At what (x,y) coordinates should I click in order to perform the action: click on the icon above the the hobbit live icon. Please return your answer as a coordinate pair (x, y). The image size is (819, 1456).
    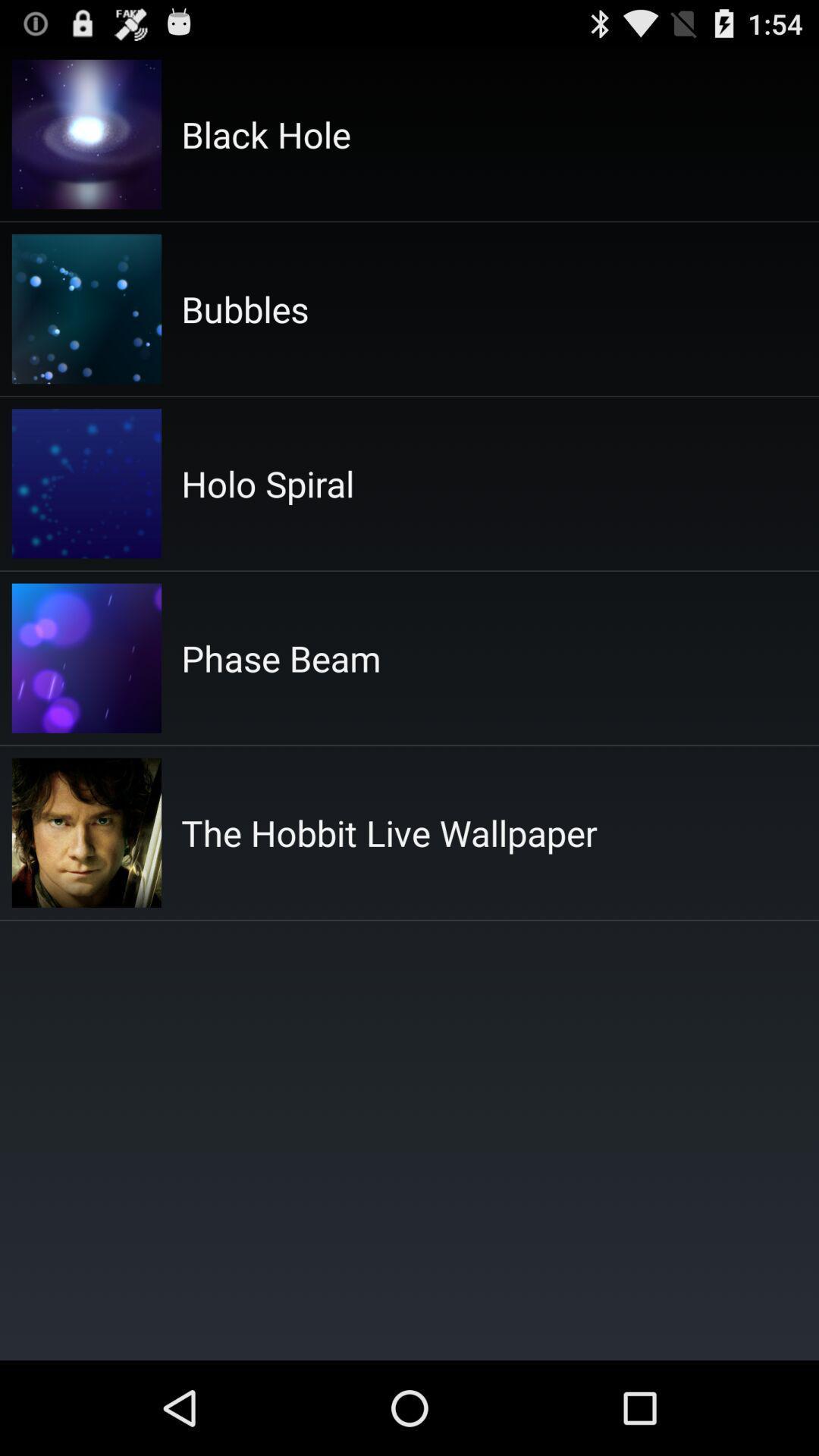
    Looking at the image, I should click on (281, 658).